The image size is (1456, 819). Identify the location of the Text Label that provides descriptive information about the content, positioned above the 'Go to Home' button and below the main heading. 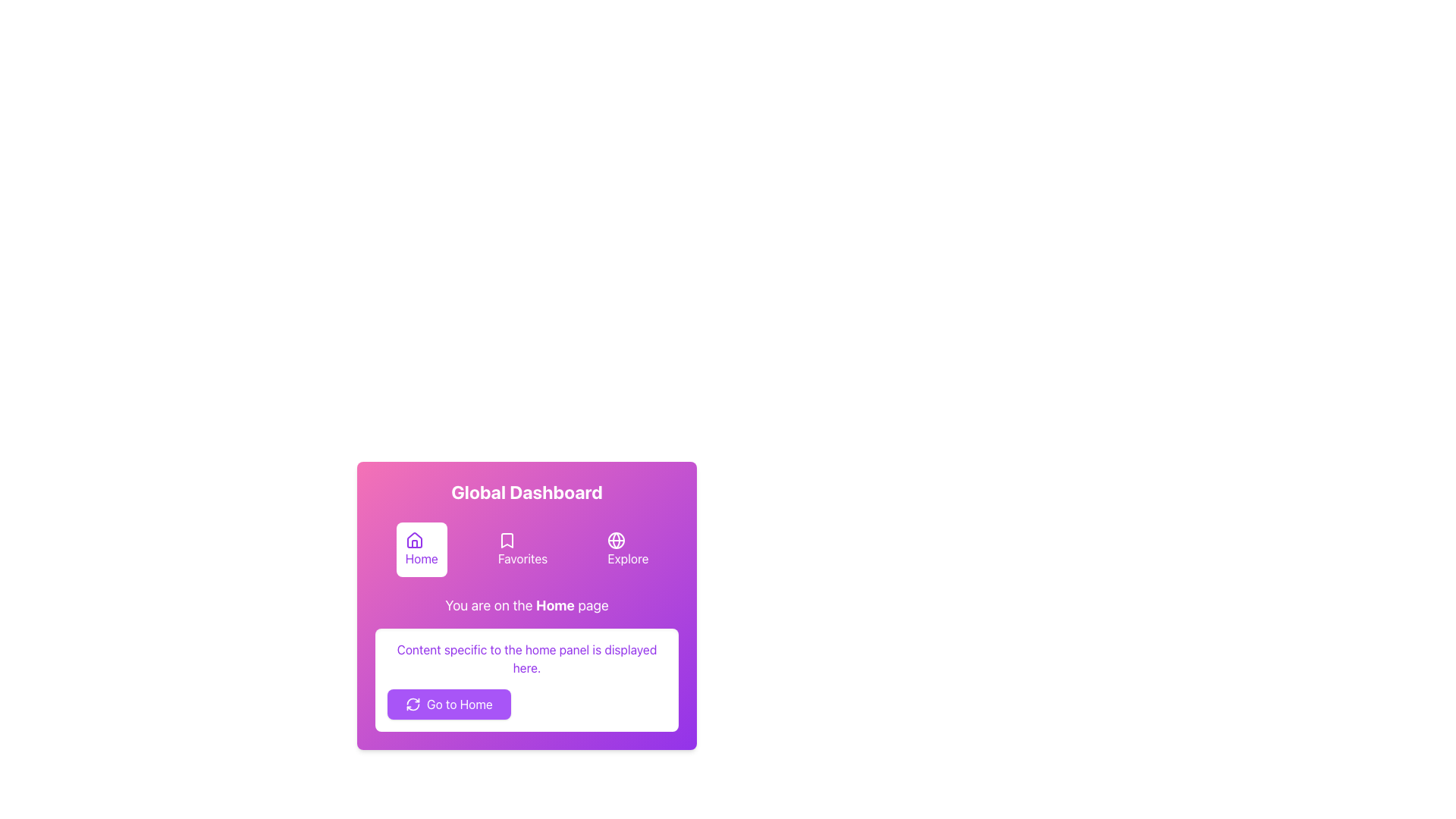
(527, 657).